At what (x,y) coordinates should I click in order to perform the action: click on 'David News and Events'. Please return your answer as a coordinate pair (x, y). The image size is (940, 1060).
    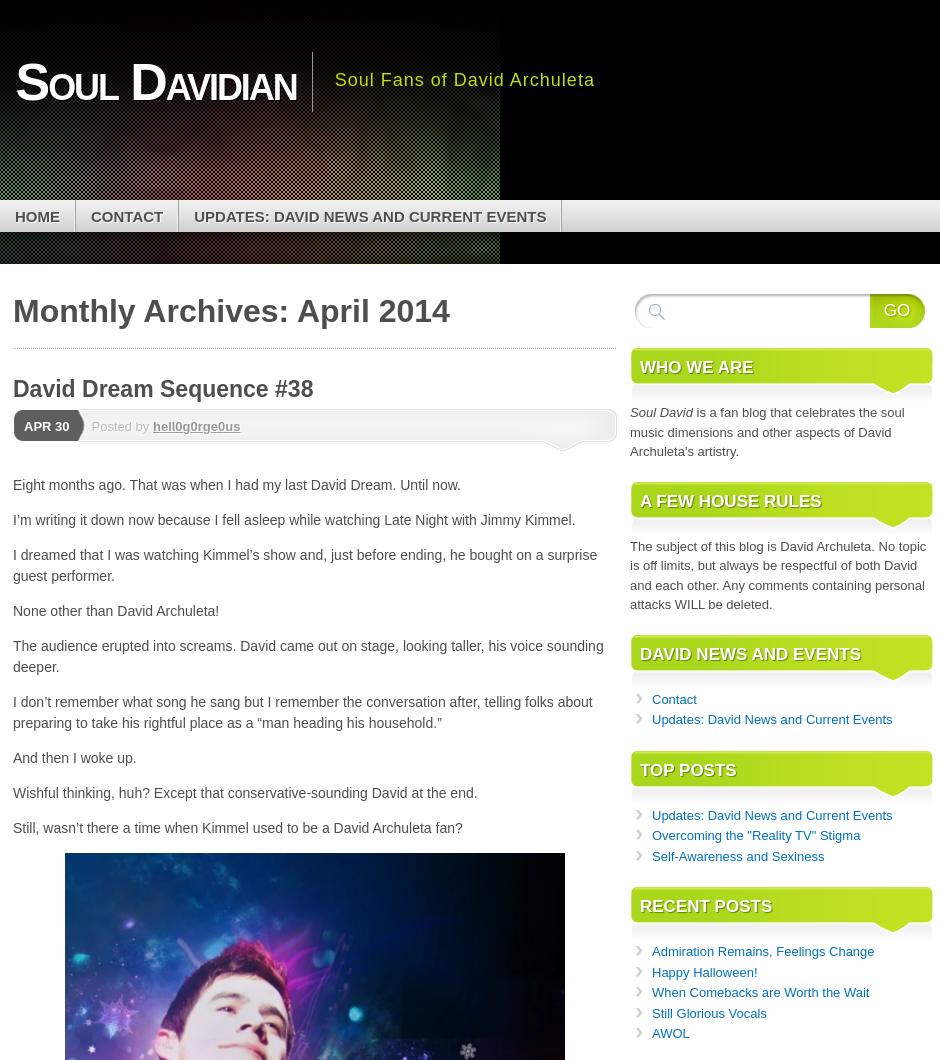
    Looking at the image, I should click on (749, 653).